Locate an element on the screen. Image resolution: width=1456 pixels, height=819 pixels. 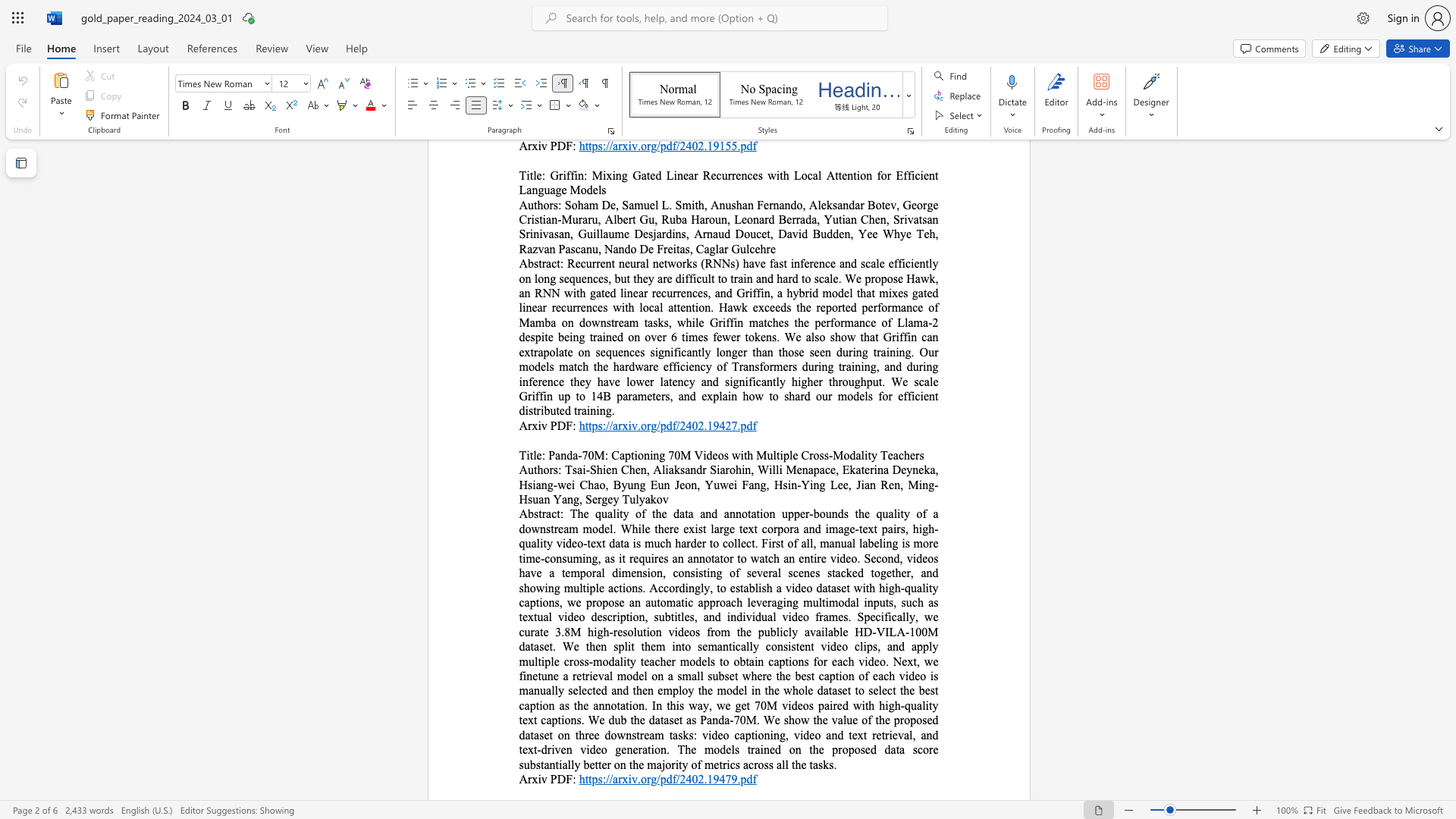
the subset text "ang, Hsin-Ying Lee, Jian Ren" within the text "Tsai-Shien Chen, Aliaksandr Siarohin, Willi Menapace, Ekaterina Deyneka, Hsiang-wei Chao, Byung Eun Jeon, Yuwei Fang, Hsin-Ying Lee, Jian Ren, Ming-Hsuan Yang, Sergey Tulyakov" is located at coordinates (748, 485).